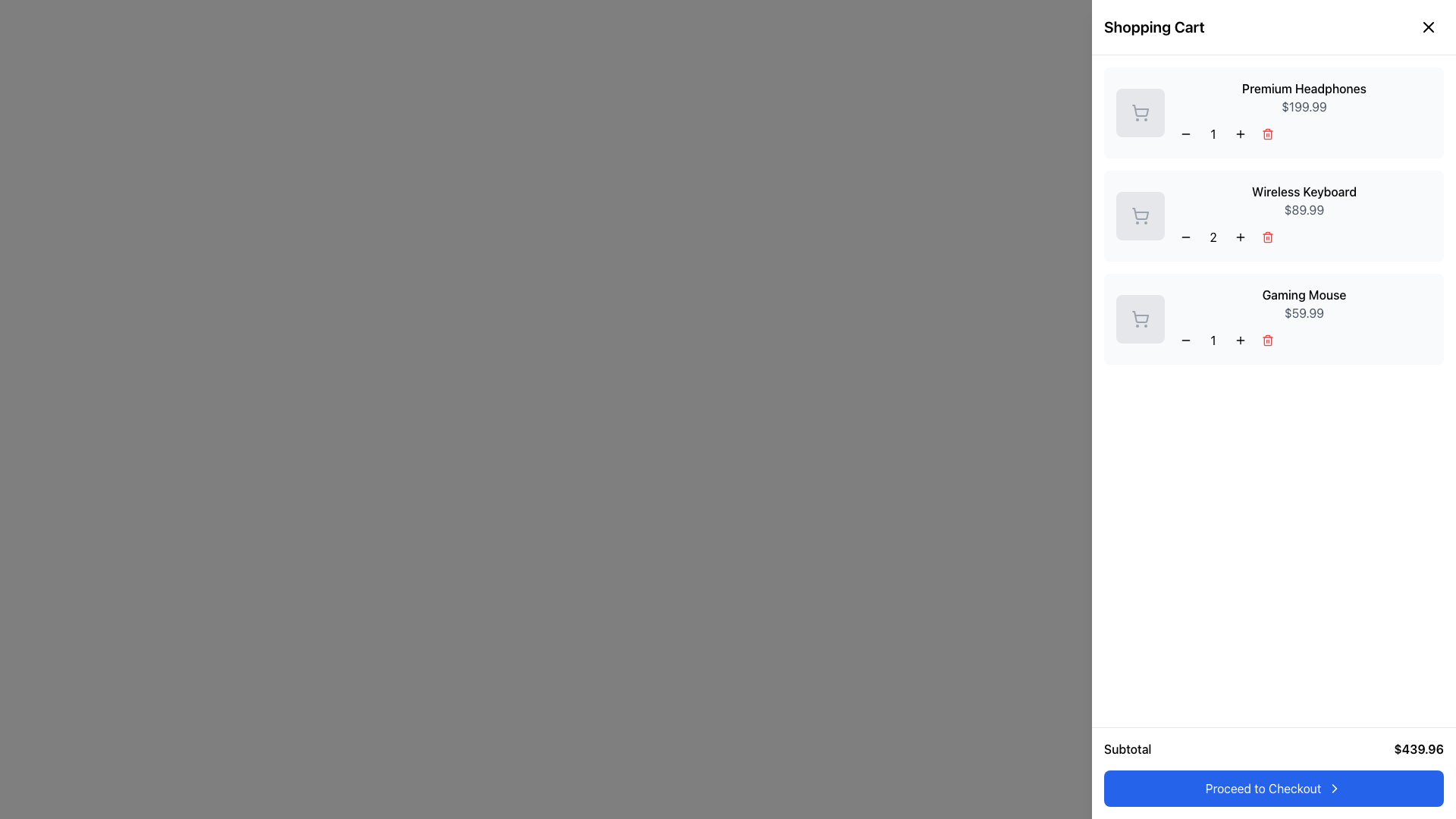 Image resolution: width=1456 pixels, height=819 pixels. I want to click on the circular gray button with a plus sign icon, located to the right of the numeric quantity indicator for the 'Gaming Mouse' item in the shopping cart, so click(1241, 339).